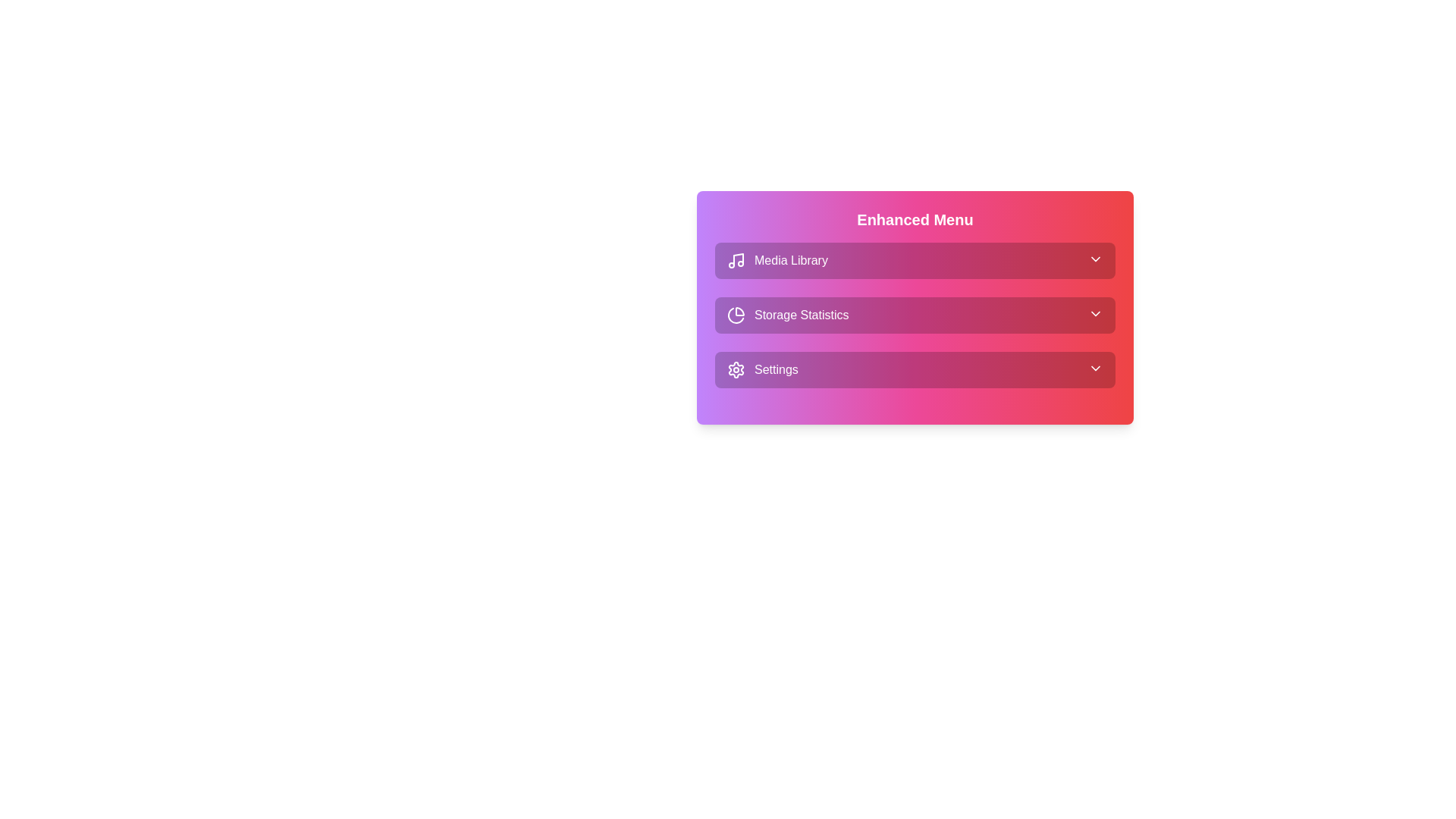 The width and height of the screenshot is (1456, 819). I want to click on the icon representing the 'Storage Statistics' section, which is positioned to the left of the corresponding text in the vertical menu layout, so click(736, 315).